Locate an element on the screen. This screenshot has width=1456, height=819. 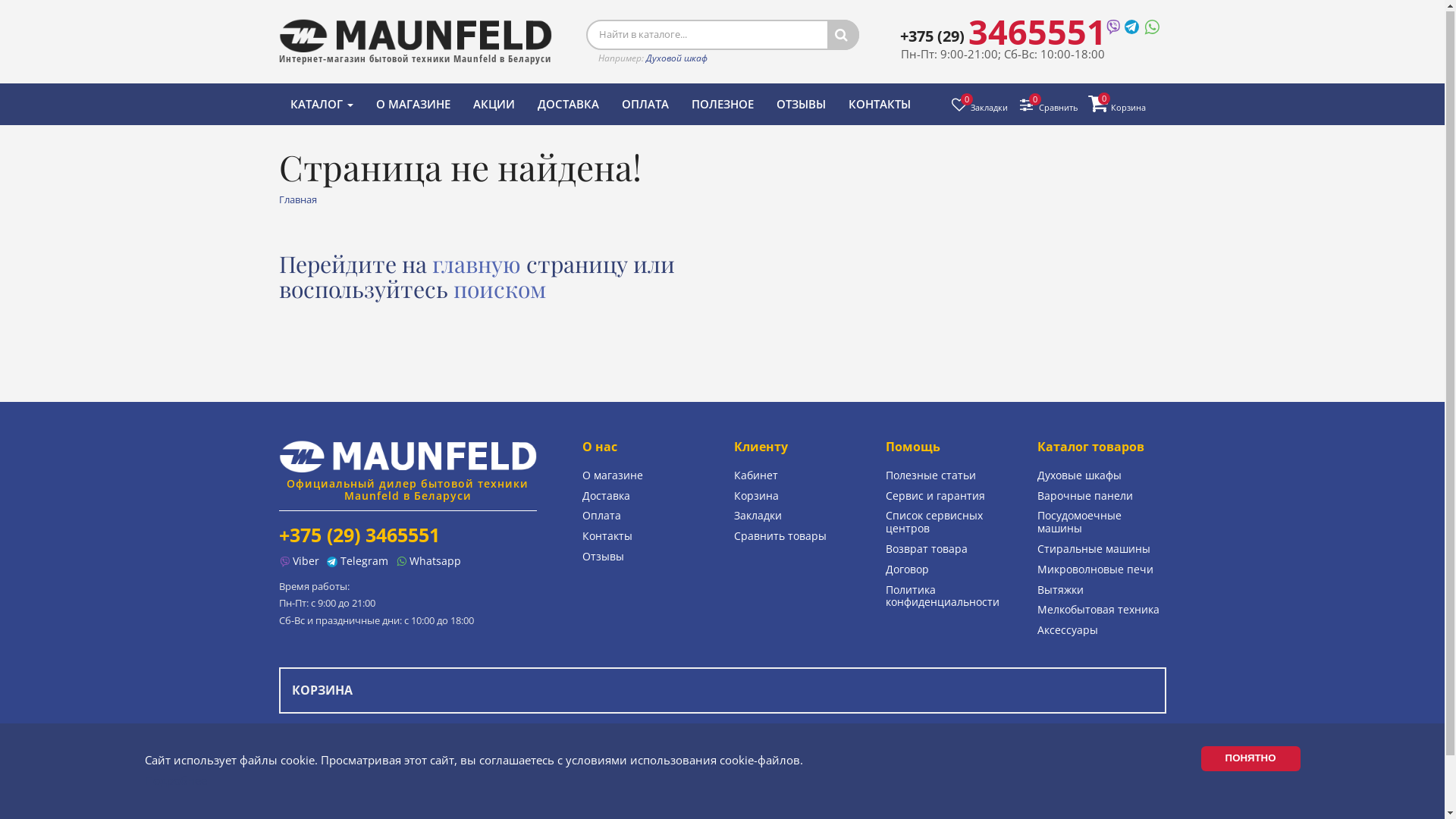
'Telegram' is located at coordinates (356, 561).